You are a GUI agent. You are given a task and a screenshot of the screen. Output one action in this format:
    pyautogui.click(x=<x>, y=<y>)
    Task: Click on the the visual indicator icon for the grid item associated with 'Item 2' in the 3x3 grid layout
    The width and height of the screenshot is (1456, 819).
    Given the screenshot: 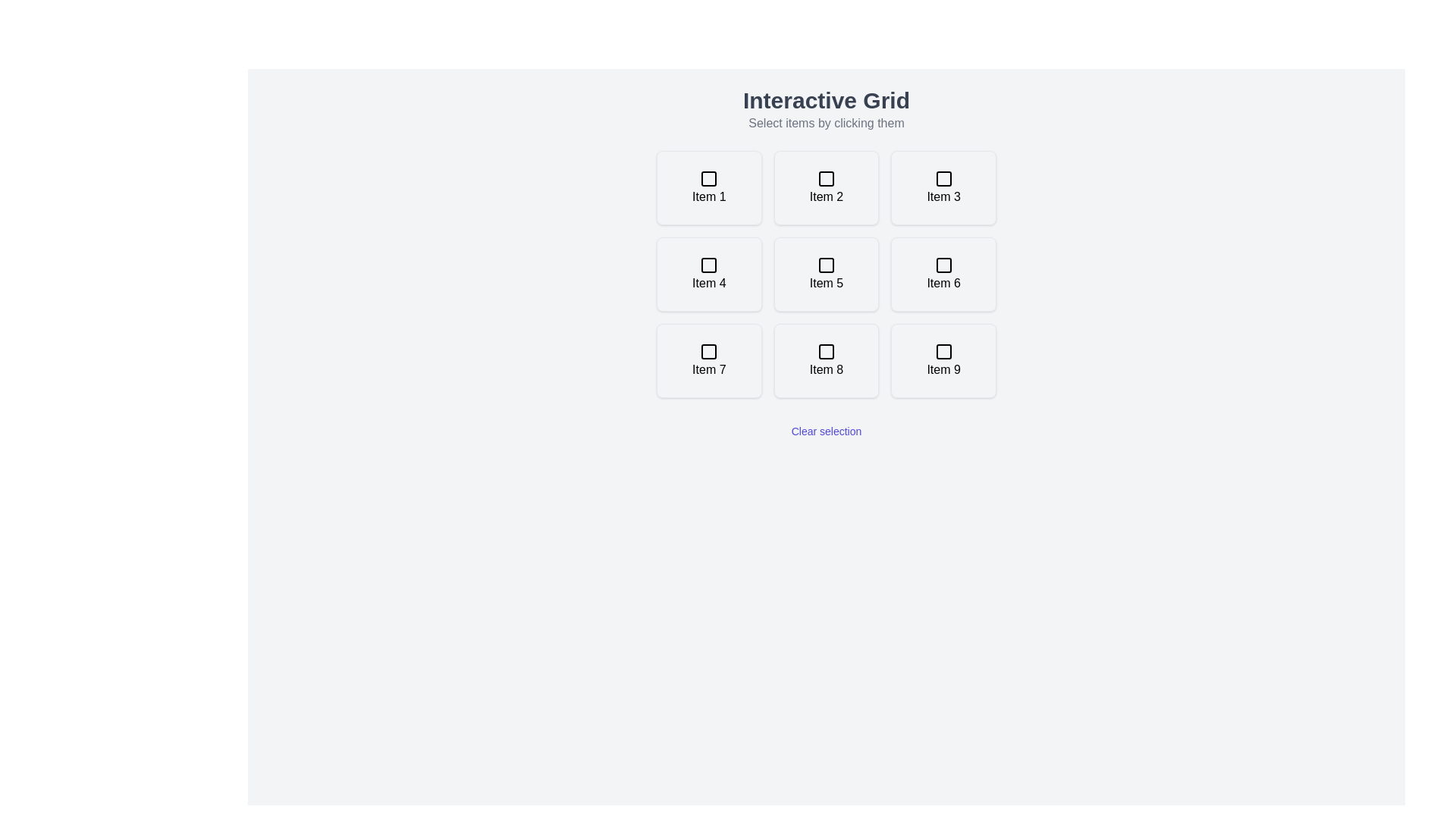 What is the action you would take?
    pyautogui.click(x=825, y=177)
    